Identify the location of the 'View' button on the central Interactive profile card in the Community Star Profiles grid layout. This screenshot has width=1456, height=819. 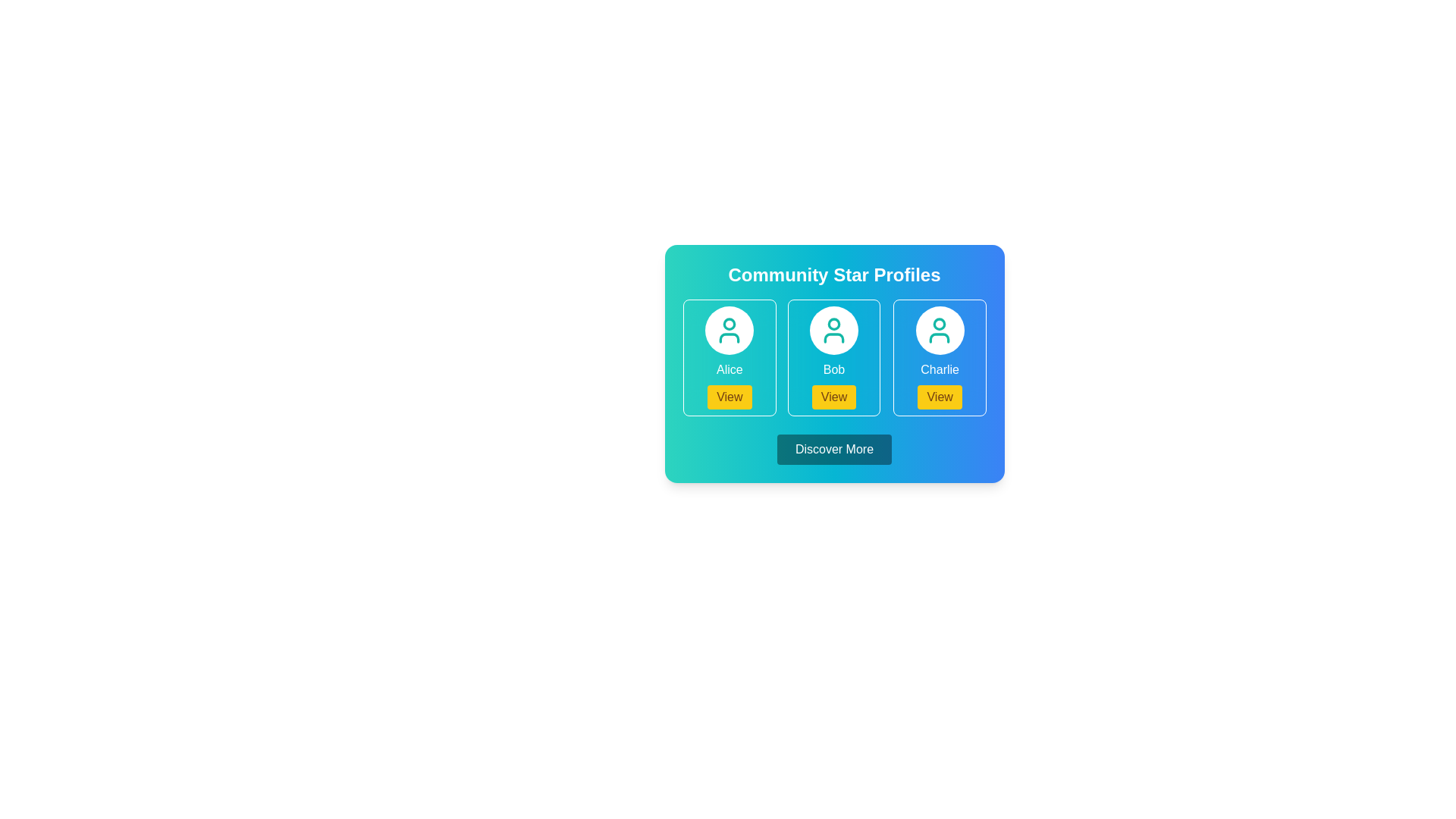
(833, 357).